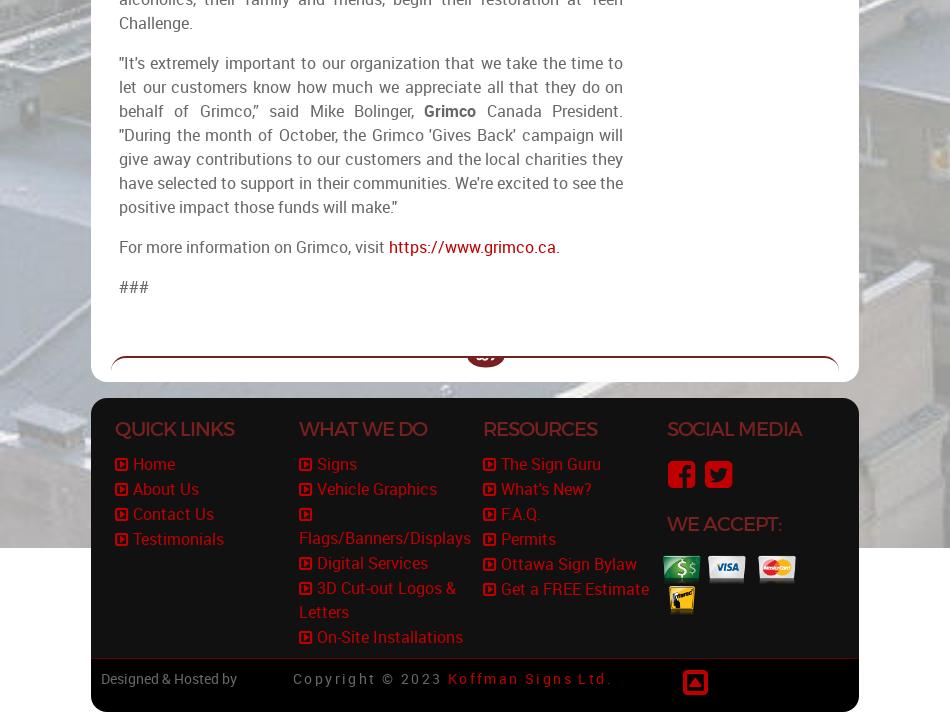 The image size is (950, 726). Describe the element at coordinates (119, 159) in the screenshot. I see `'Canada President. "During the month of October, the Grimco 'Gives Back' campaign will give away contributions to our customers and the local charities they have selected to support in their communities. We're excited to see the positive impact those funds will make."'` at that location.